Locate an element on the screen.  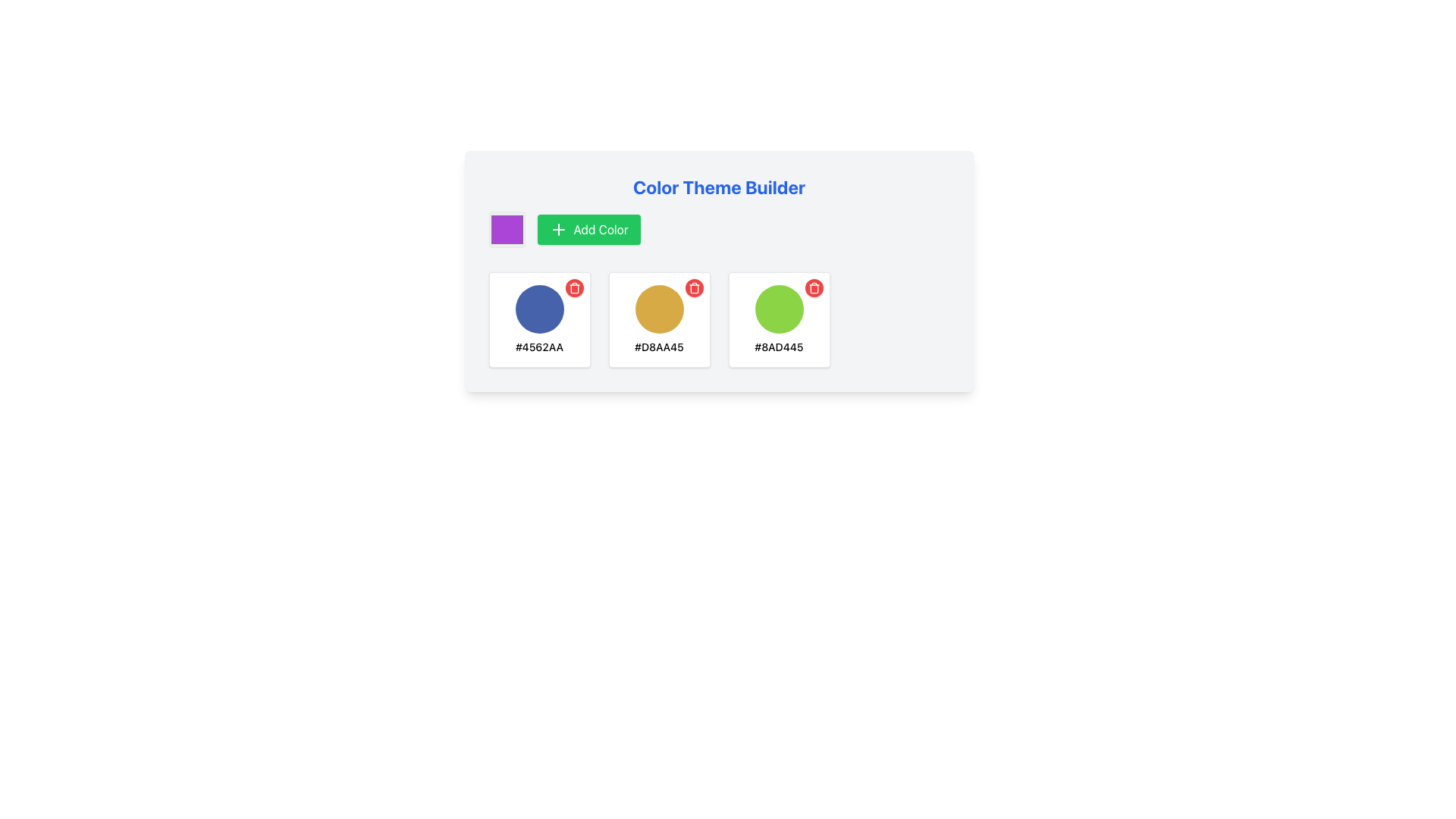
the delete button located at the top-right corner of the color card representing the color #8AD445, which is the third card from the left in the row is located at coordinates (813, 288).